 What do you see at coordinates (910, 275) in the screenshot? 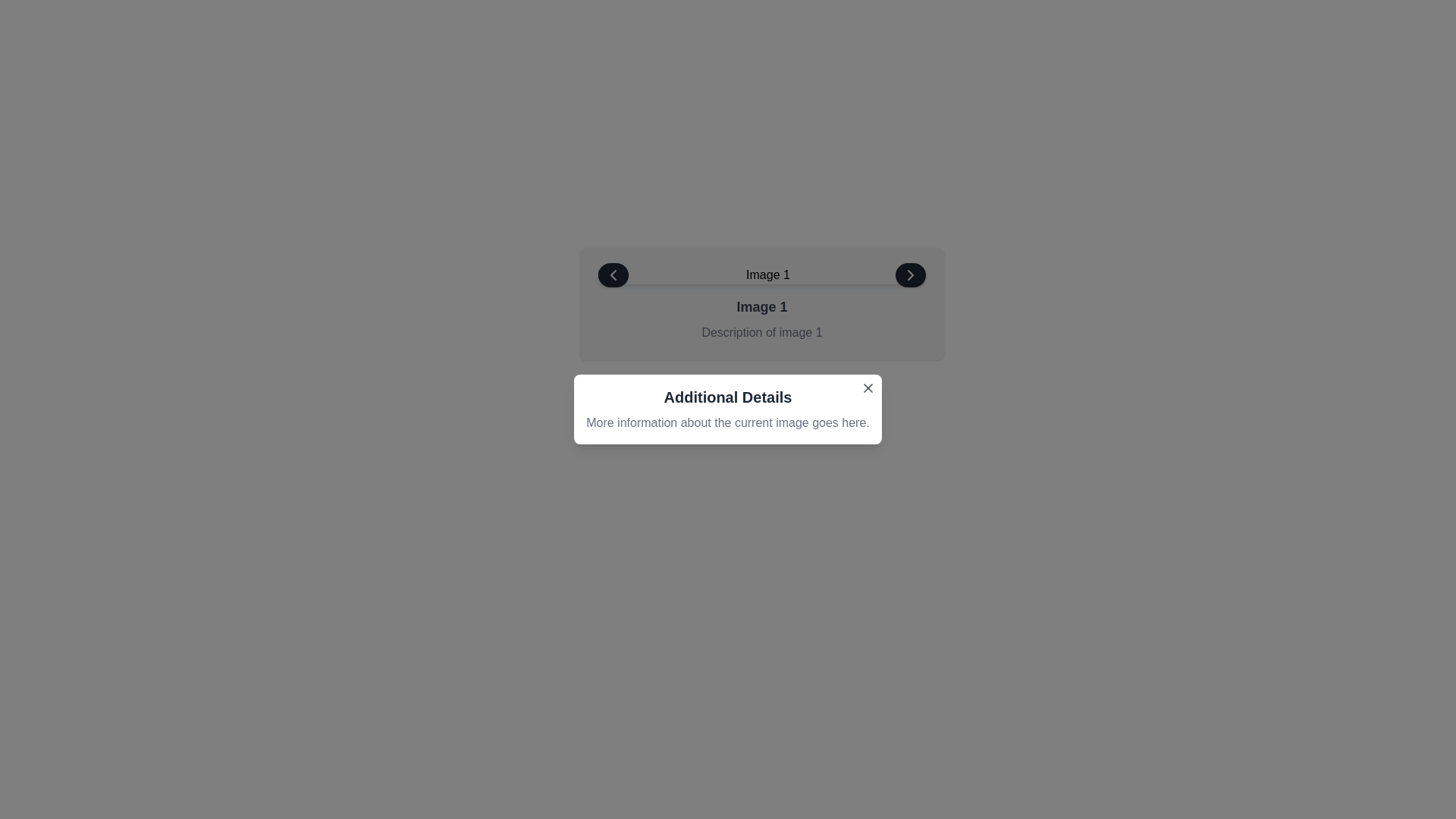
I see `the rightmost circular button with a right-facing chevron icon in its center` at bounding box center [910, 275].